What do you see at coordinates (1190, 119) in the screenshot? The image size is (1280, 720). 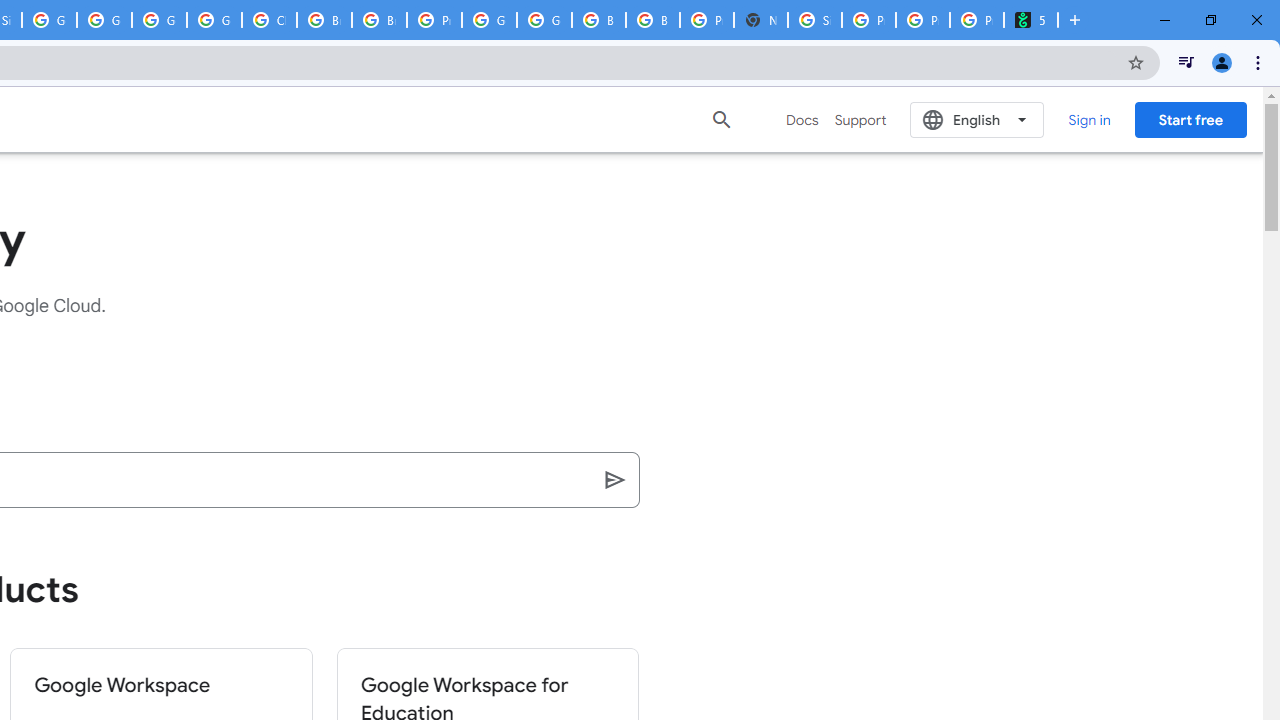 I see `'Start free'` at bounding box center [1190, 119].